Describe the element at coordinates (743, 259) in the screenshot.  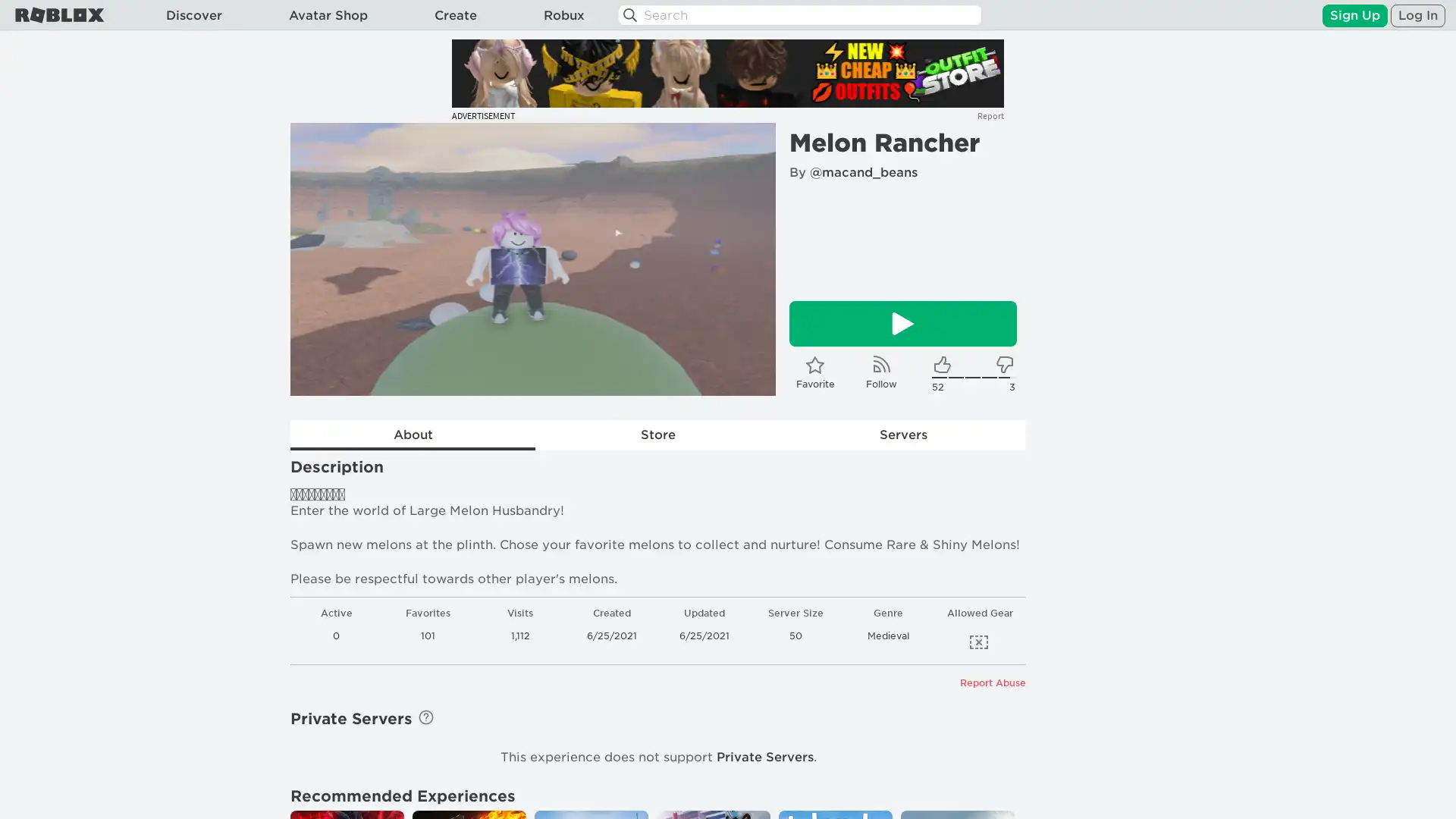
I see `Next` at that location.